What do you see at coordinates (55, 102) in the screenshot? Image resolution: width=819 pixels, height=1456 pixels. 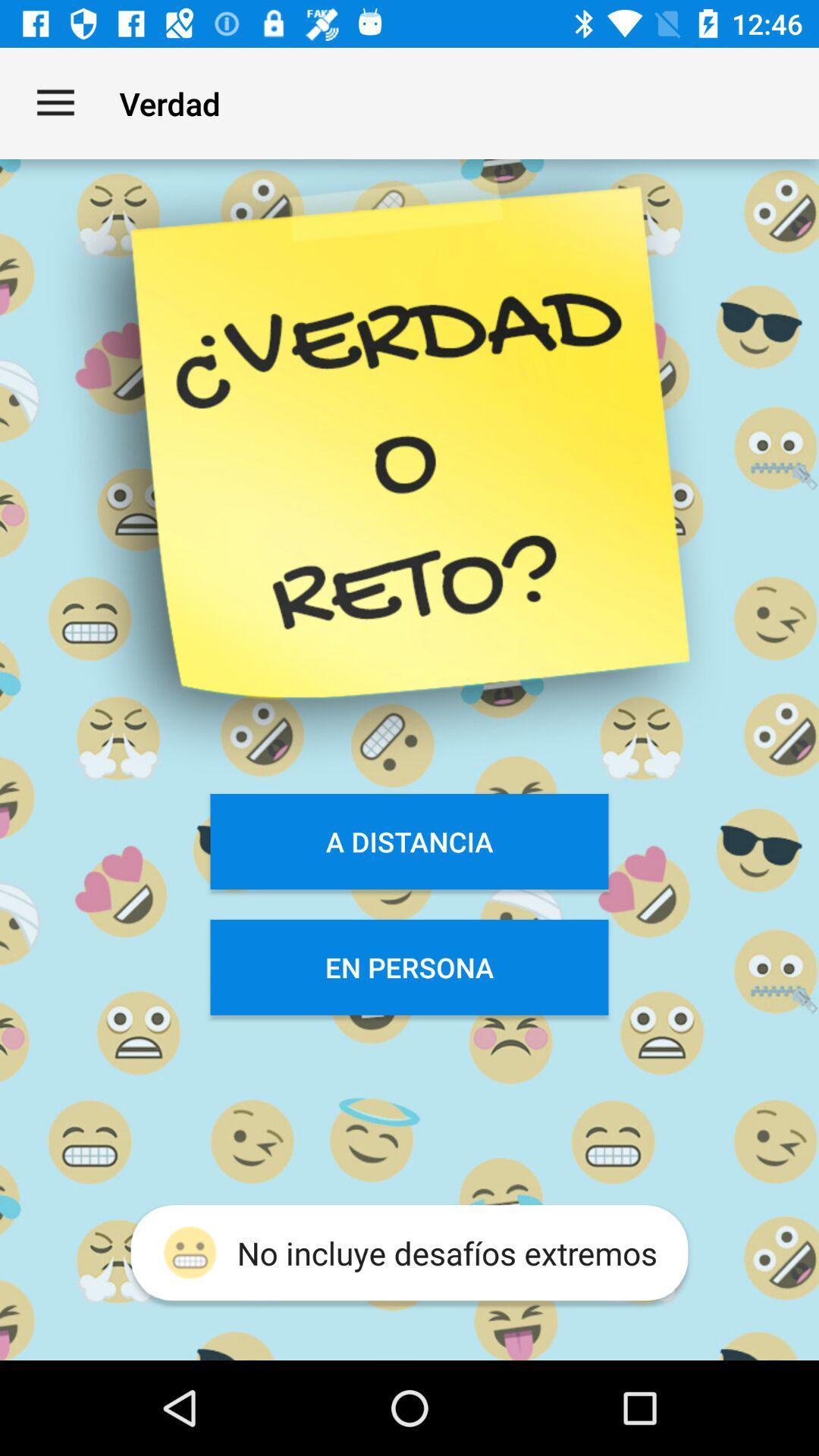 I see `the item to the left of verdad` at bounding box center [55, 102].